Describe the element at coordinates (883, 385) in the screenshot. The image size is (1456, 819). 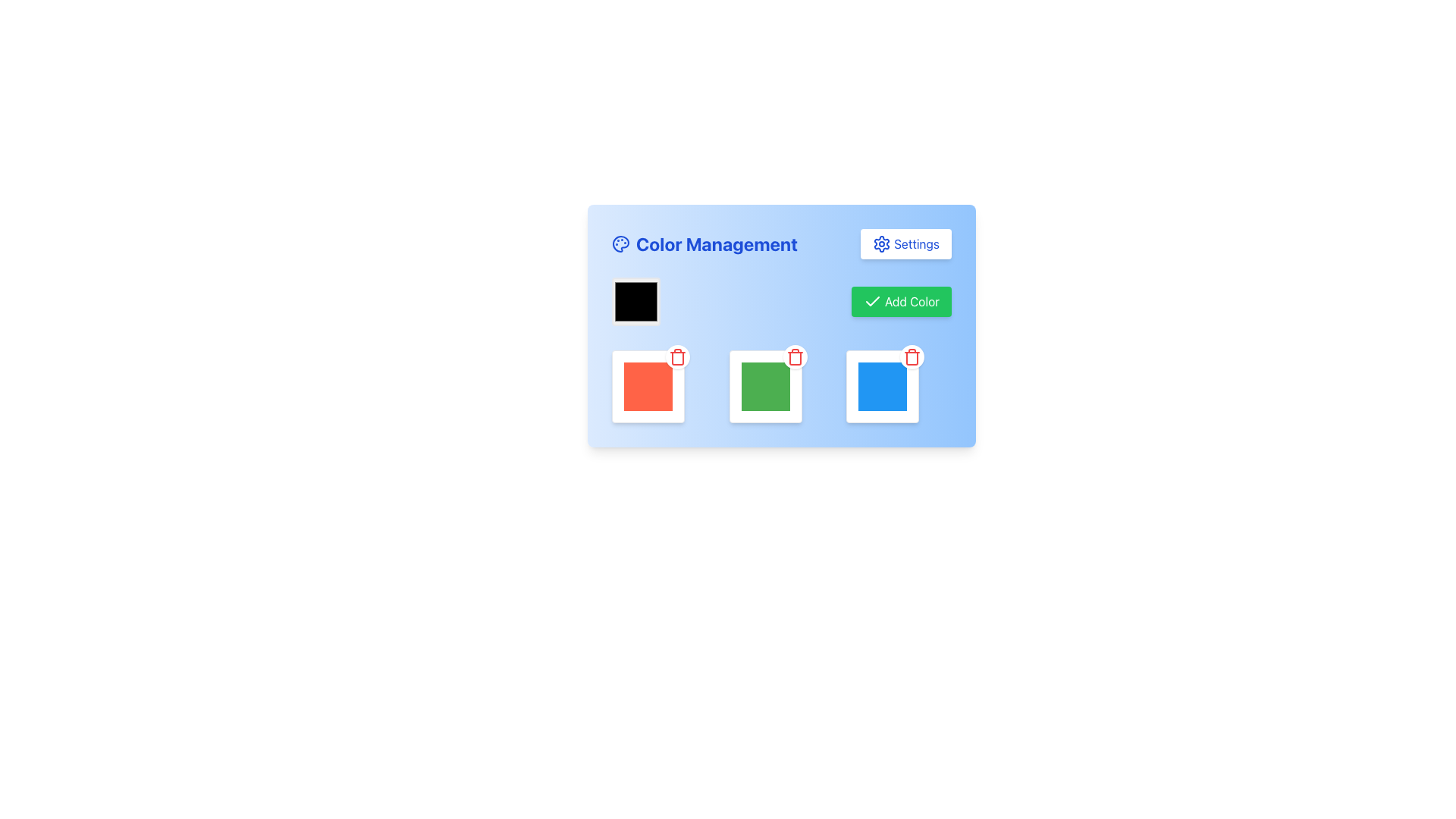
I see `the central part of the bottom-right colored button in the color selection panel` at that location.